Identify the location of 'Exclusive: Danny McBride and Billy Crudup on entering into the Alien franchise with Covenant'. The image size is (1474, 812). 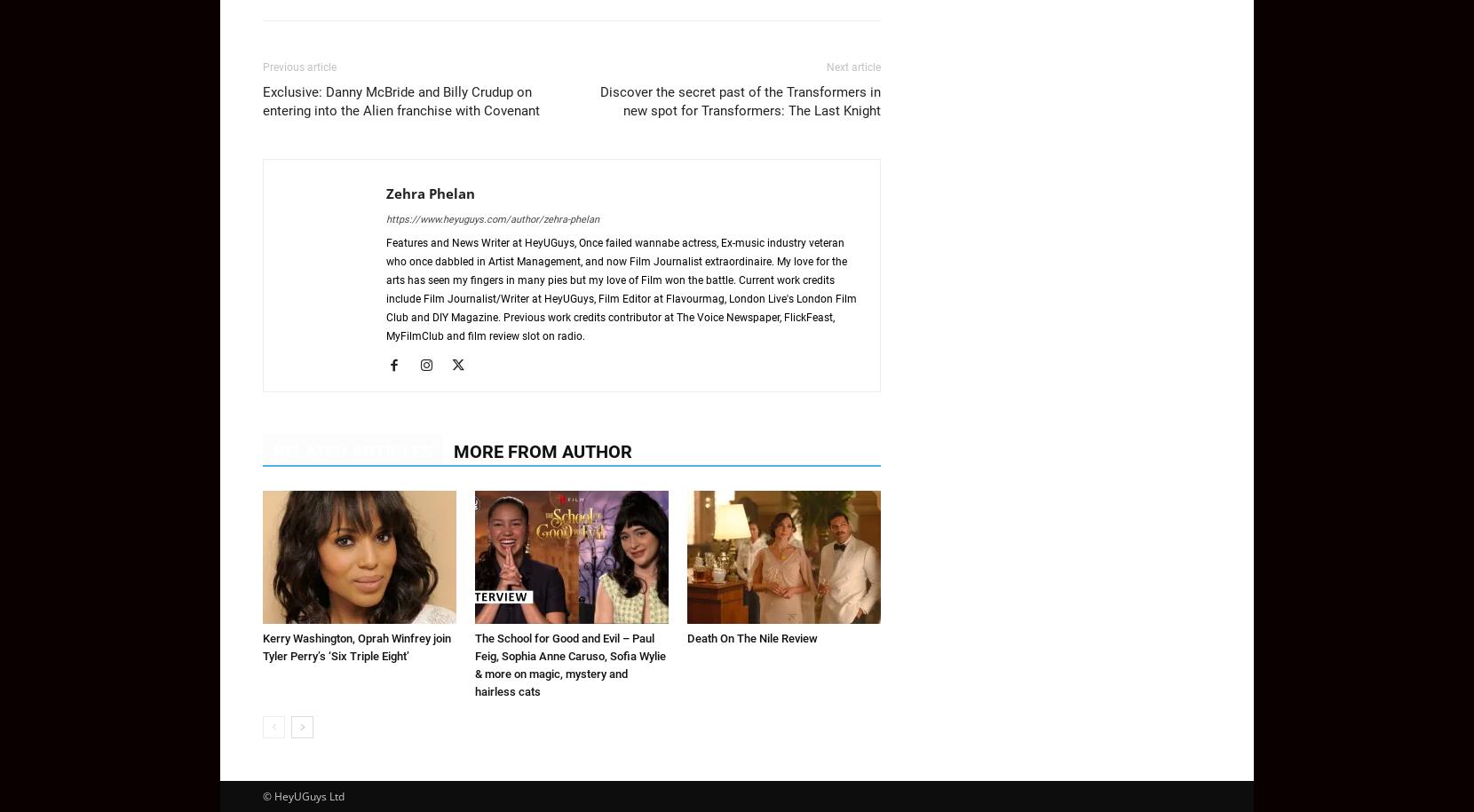
(261, 101).